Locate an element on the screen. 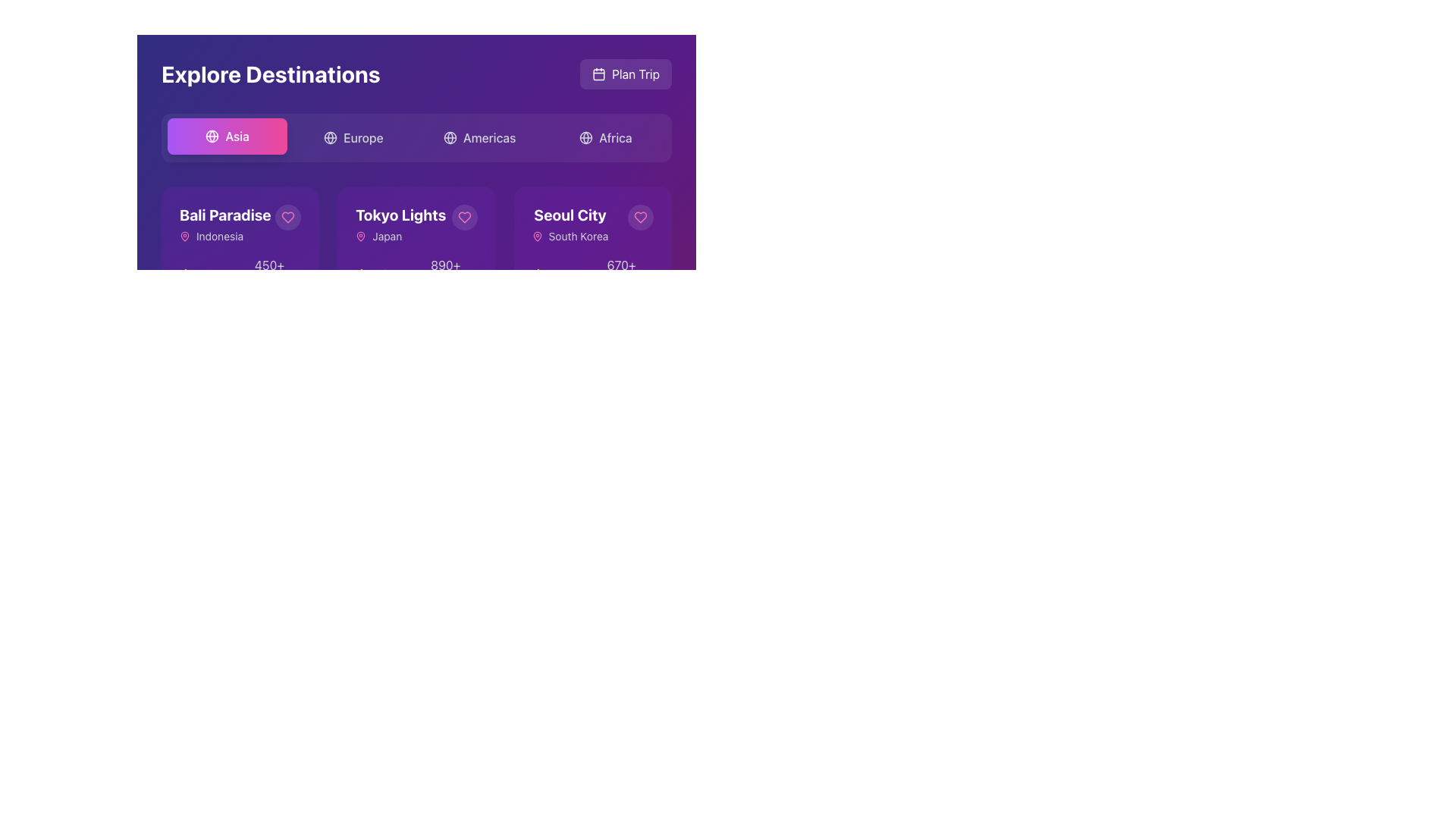  the calendar icon, which is a two-tone styled icon with white strokes on a purple background, located to the left of the 'Plan Trip' button is located at coordinates (598, 74).